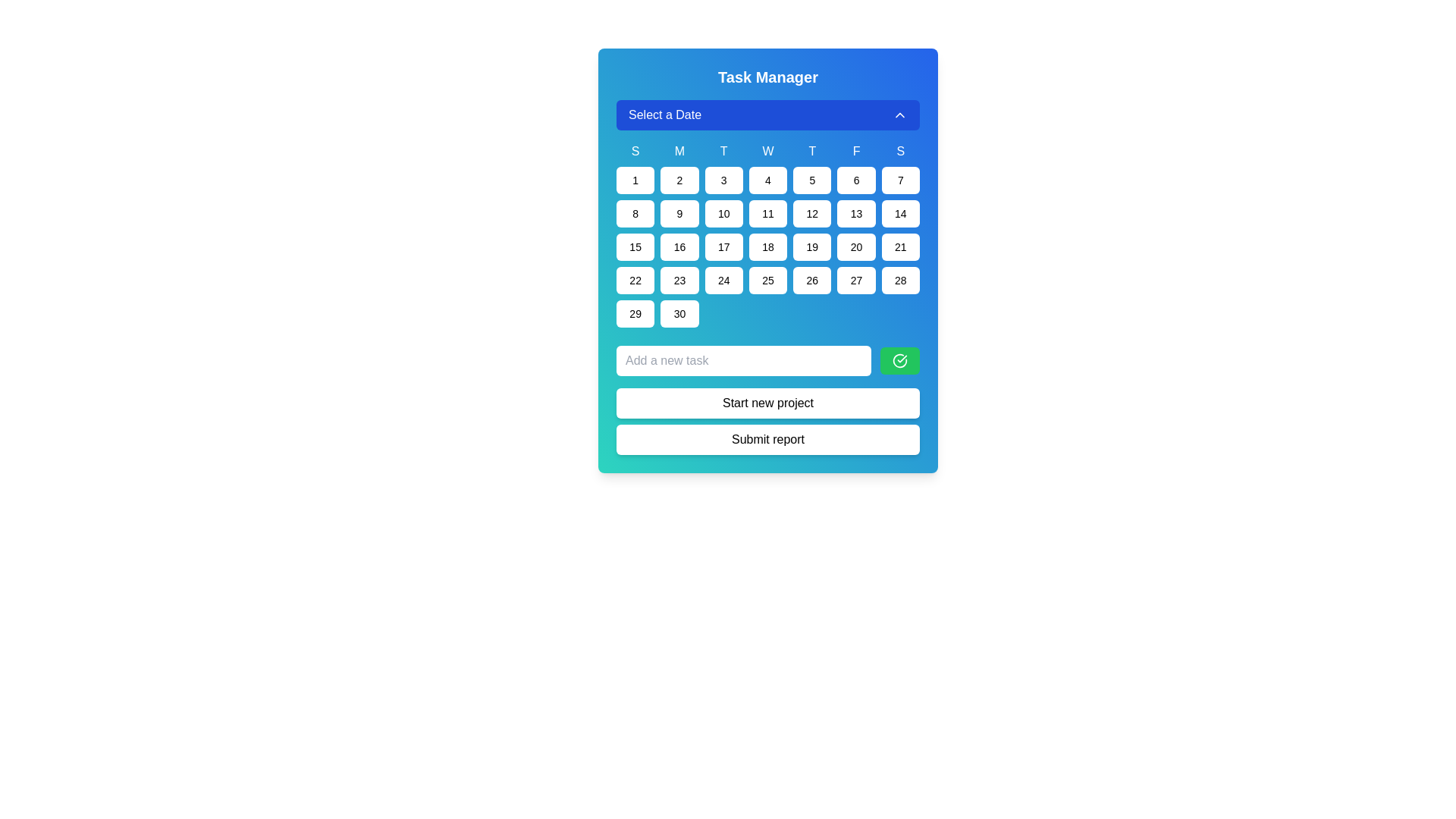  I want to click on the green circular button with a white check icon, located to the right of the 'Add a new task' text input field, to trigger its hover effects, so click(899, 360).